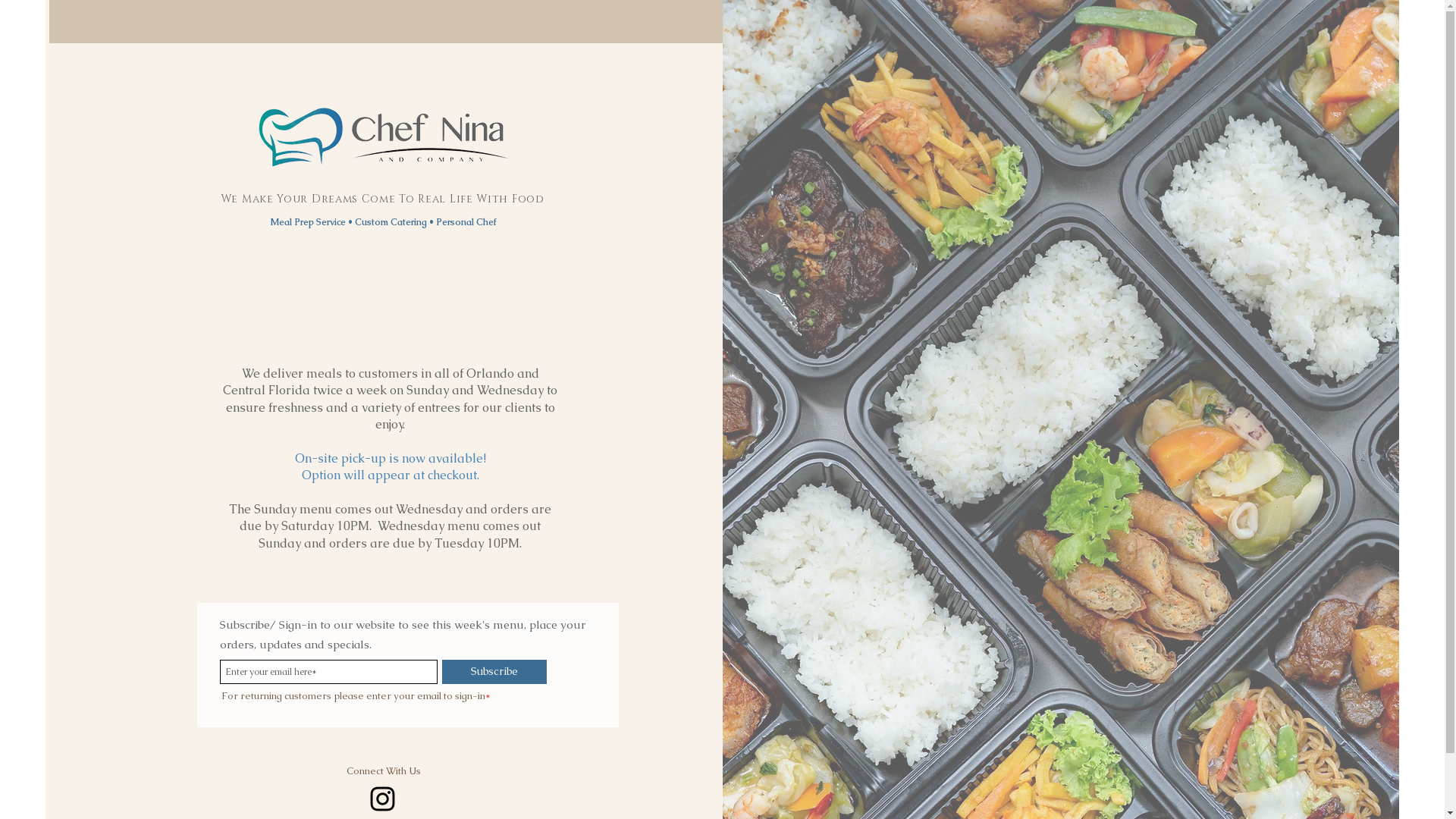 The height and width of the screenshot is (819, 1456). I want to click on 'Subscribe', so click(494, 671).